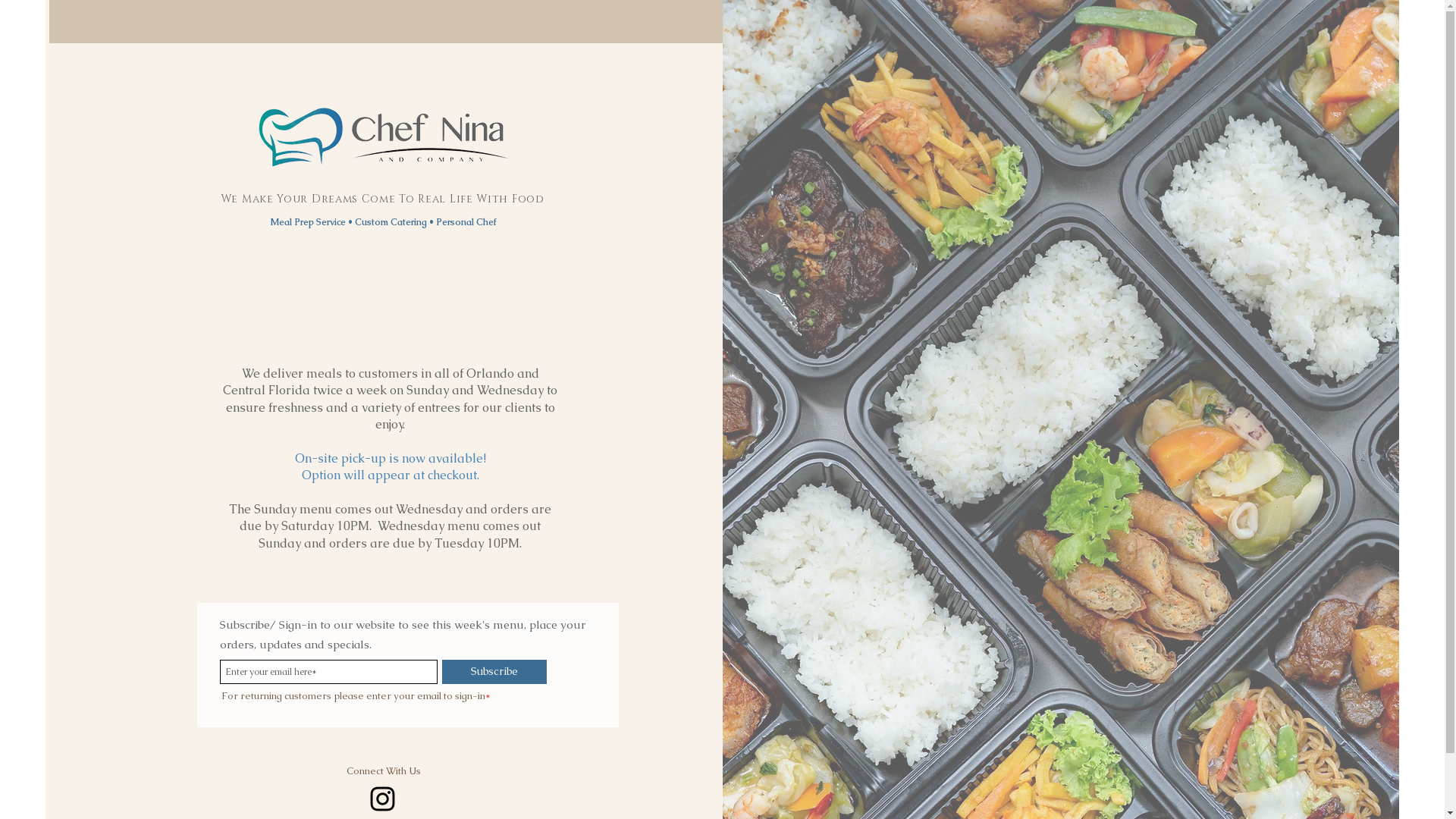 The height and width of the screenshot is (819, 1456). I want to click on 'Subscribe', so click(494, 671).